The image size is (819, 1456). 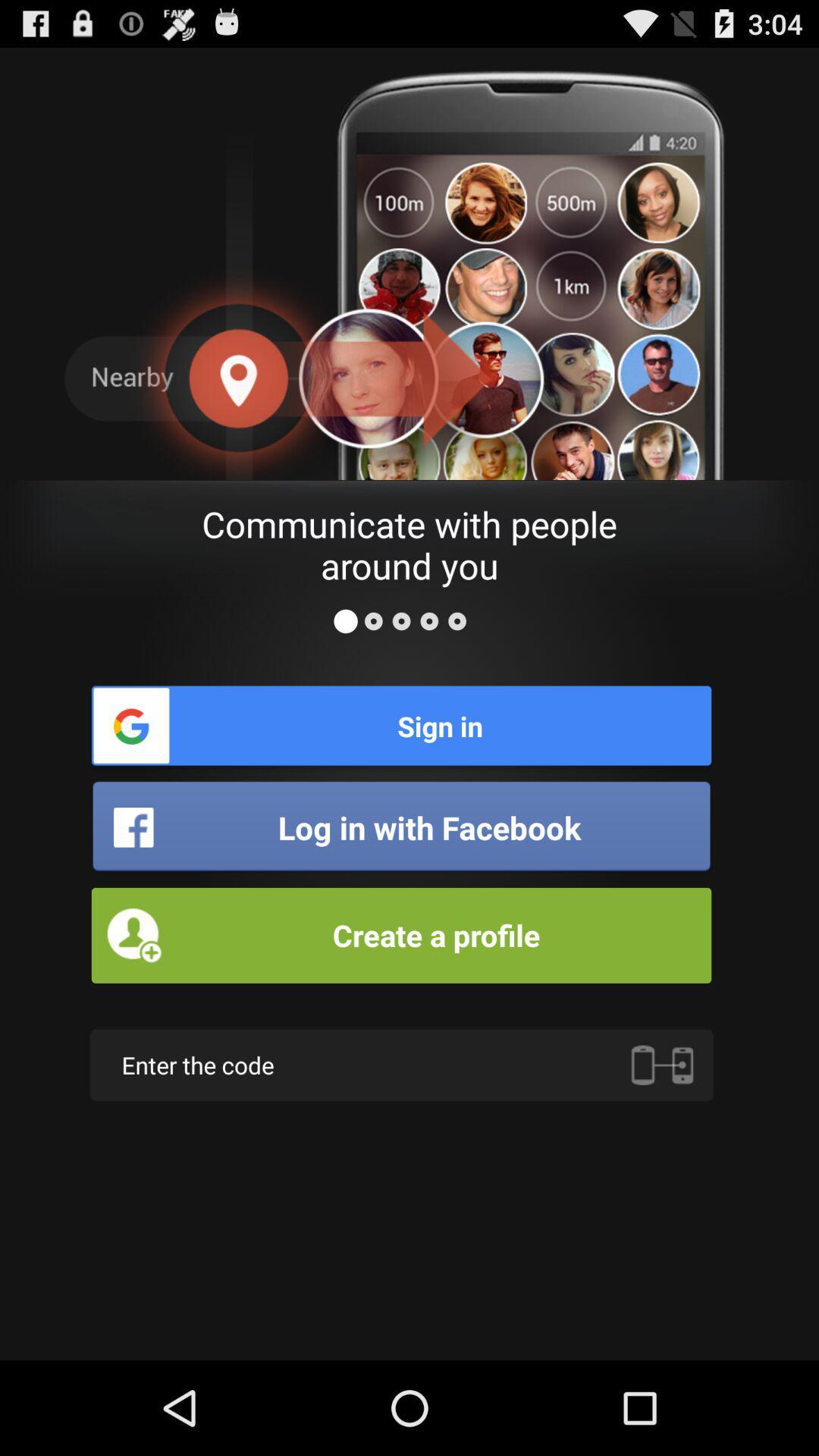 What do you see at coordinates (400, 1064) in the screenshot?
I see `enter the code` at bounding box center [400, 1064].